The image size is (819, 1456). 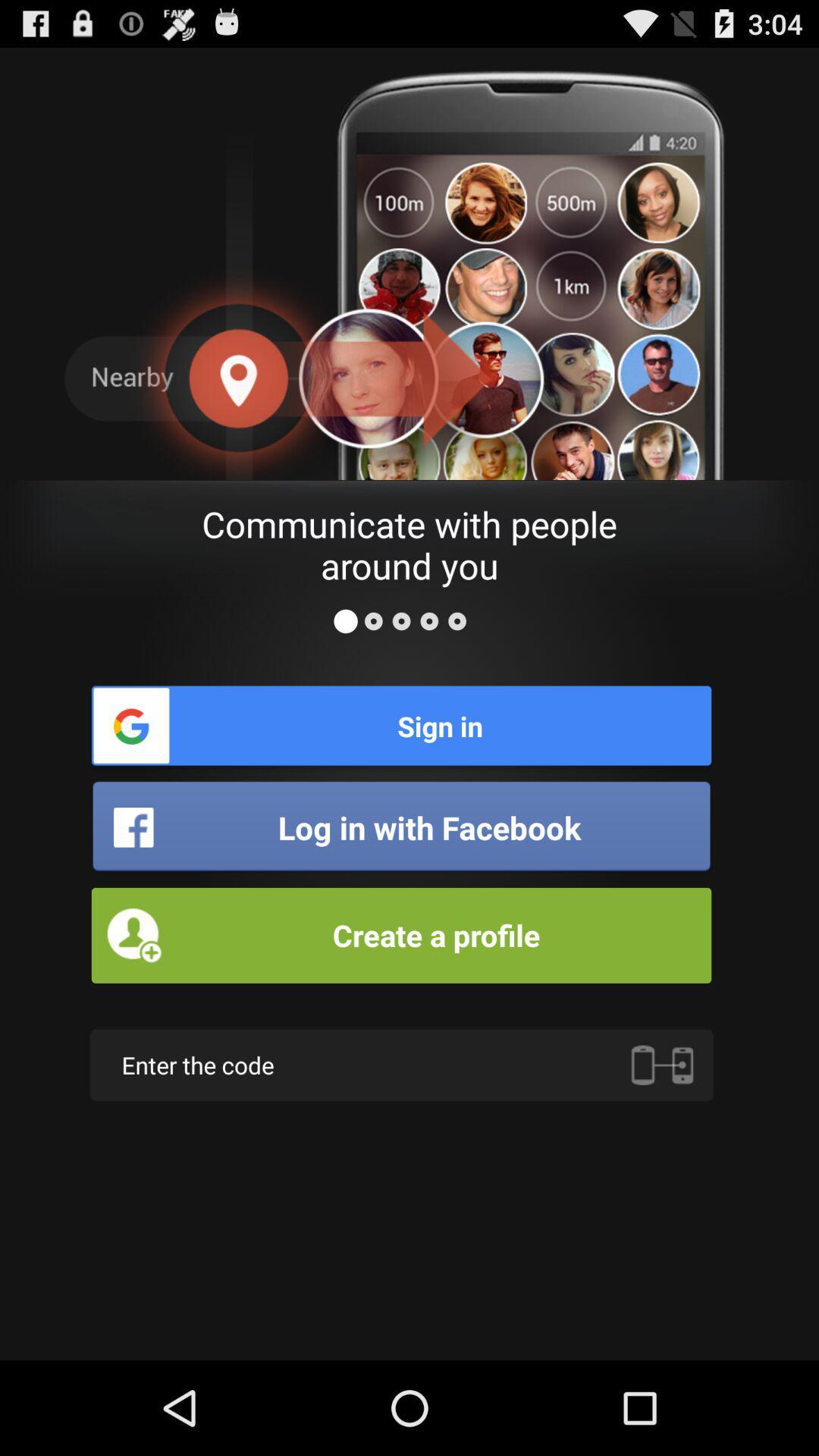 What do you see at coordinates (400, 1064) in the screenshot?
I see `enter the code` at bounding box center [400, 1064].